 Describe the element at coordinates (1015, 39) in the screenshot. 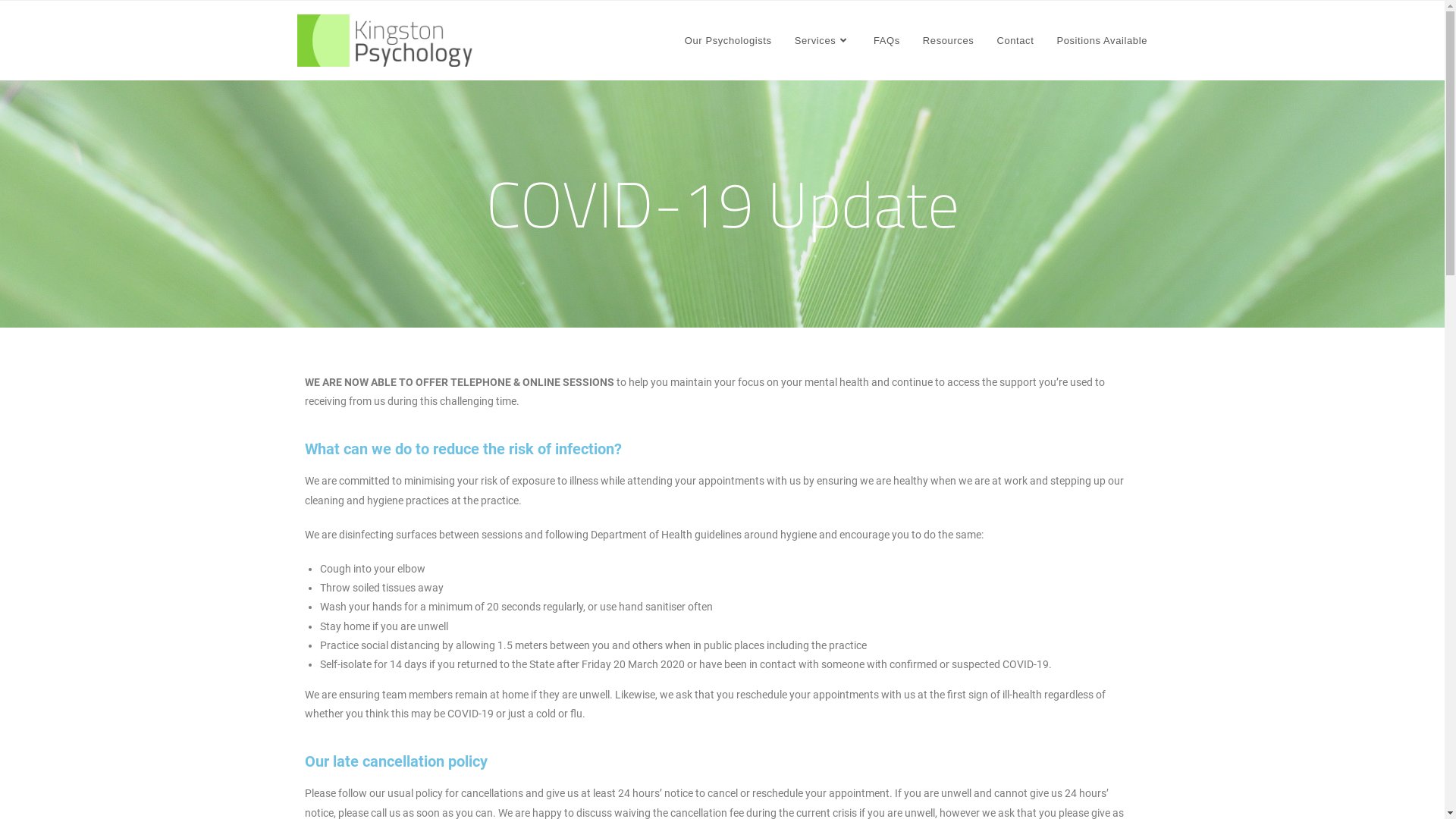

I see `'Contact'` at that location.